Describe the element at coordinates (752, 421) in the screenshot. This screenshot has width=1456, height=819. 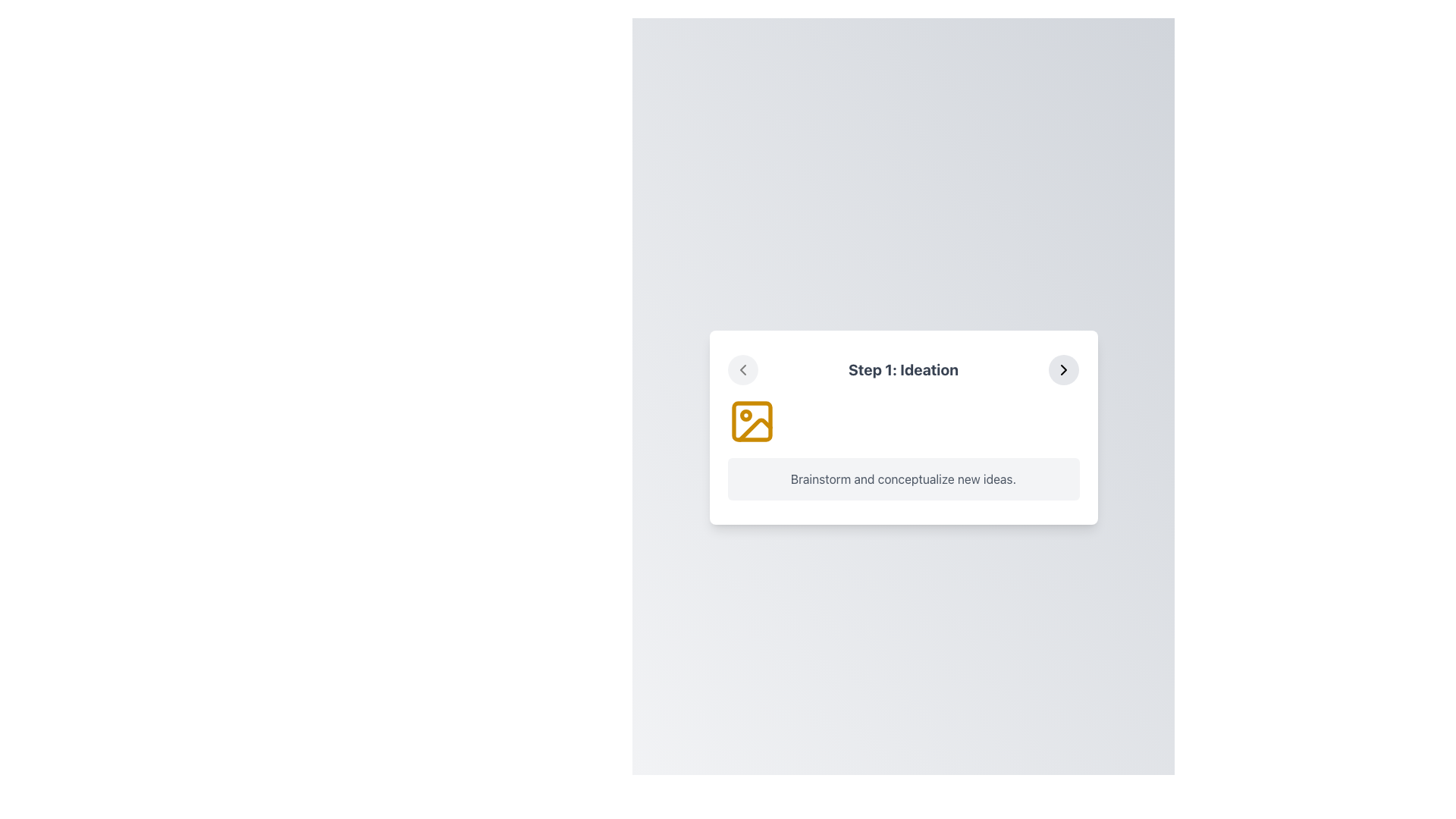
I see `the golden yellow icon with rounded corners, located to the left of the 'Step 1: Ideation' title text, for contextual information` at that location.